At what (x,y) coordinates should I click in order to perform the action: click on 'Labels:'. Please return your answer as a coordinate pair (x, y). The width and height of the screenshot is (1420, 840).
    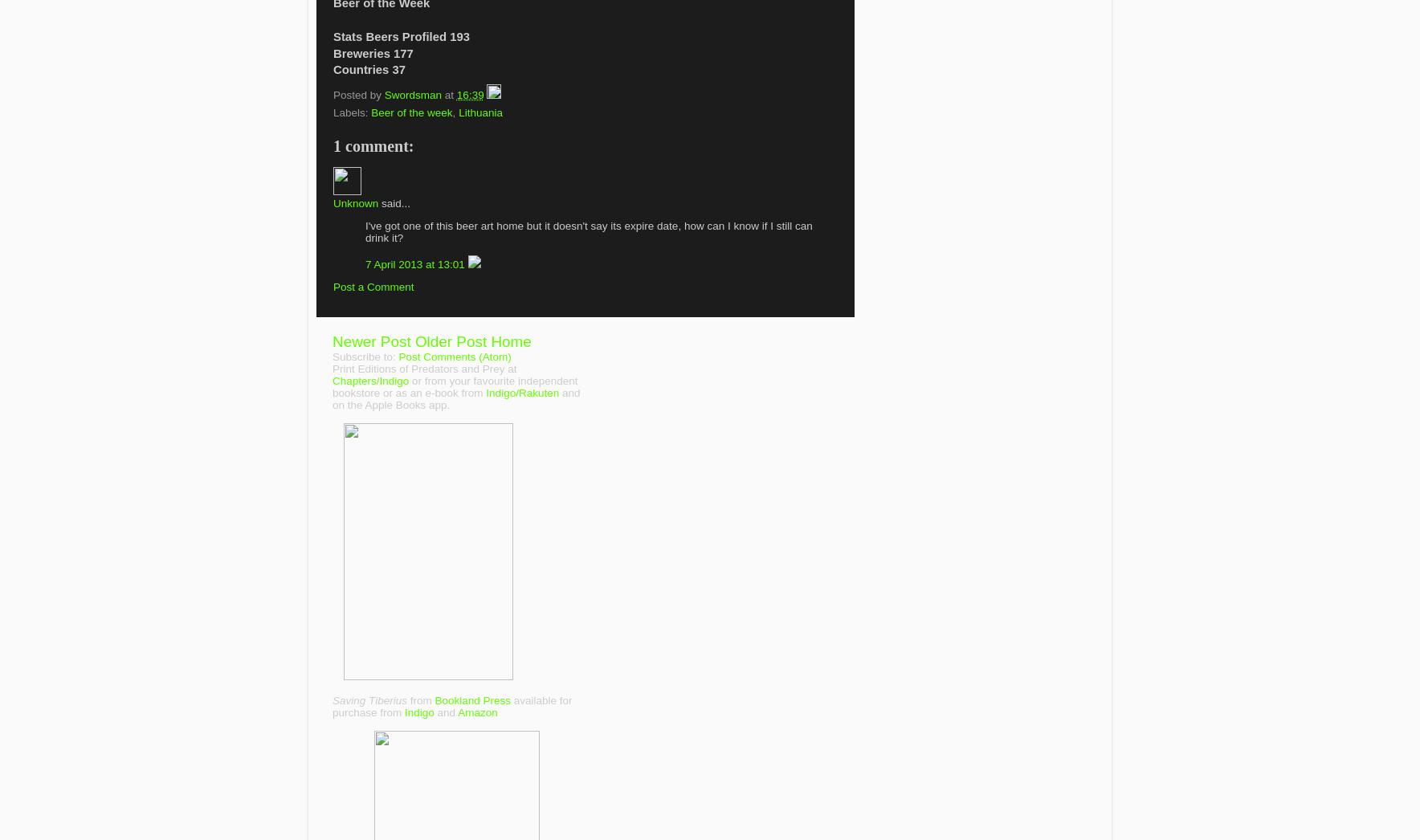
    Looking at the image, I should click on (352, 111).